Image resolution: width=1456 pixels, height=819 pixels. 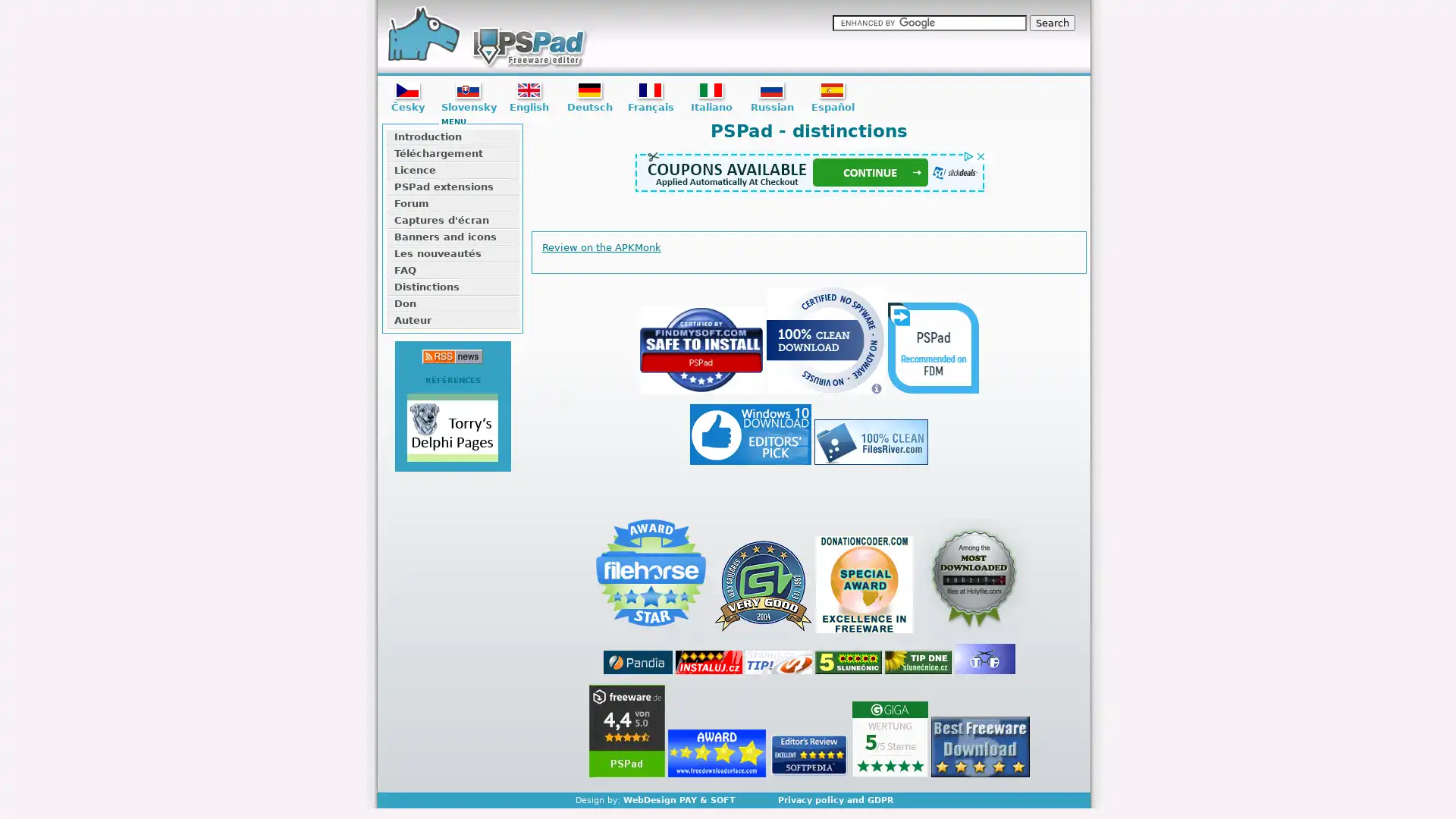 I want to click on Search, so click(x=1051, y=23).